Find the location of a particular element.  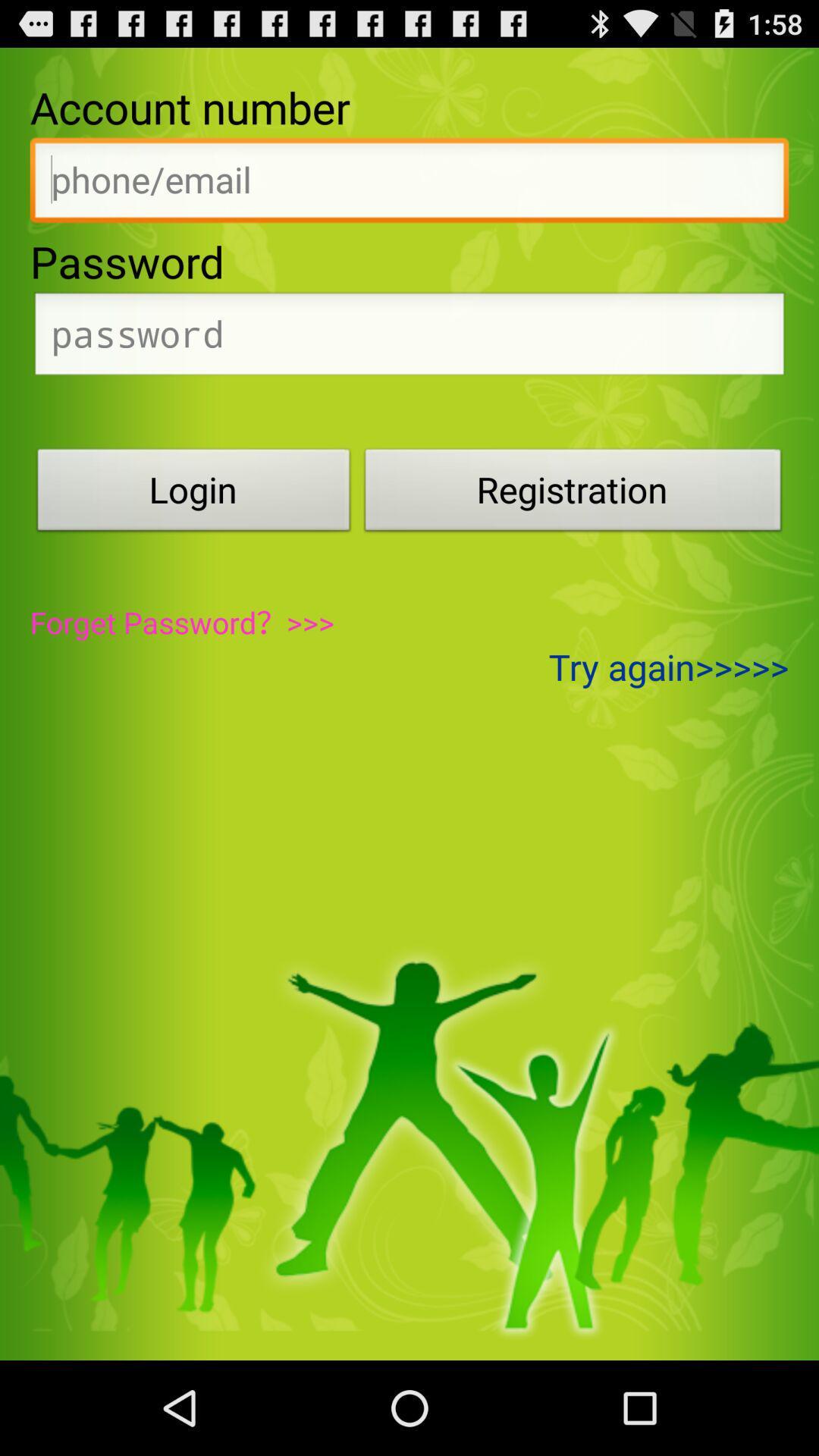

the registration item is located at coordinates (573, 494).